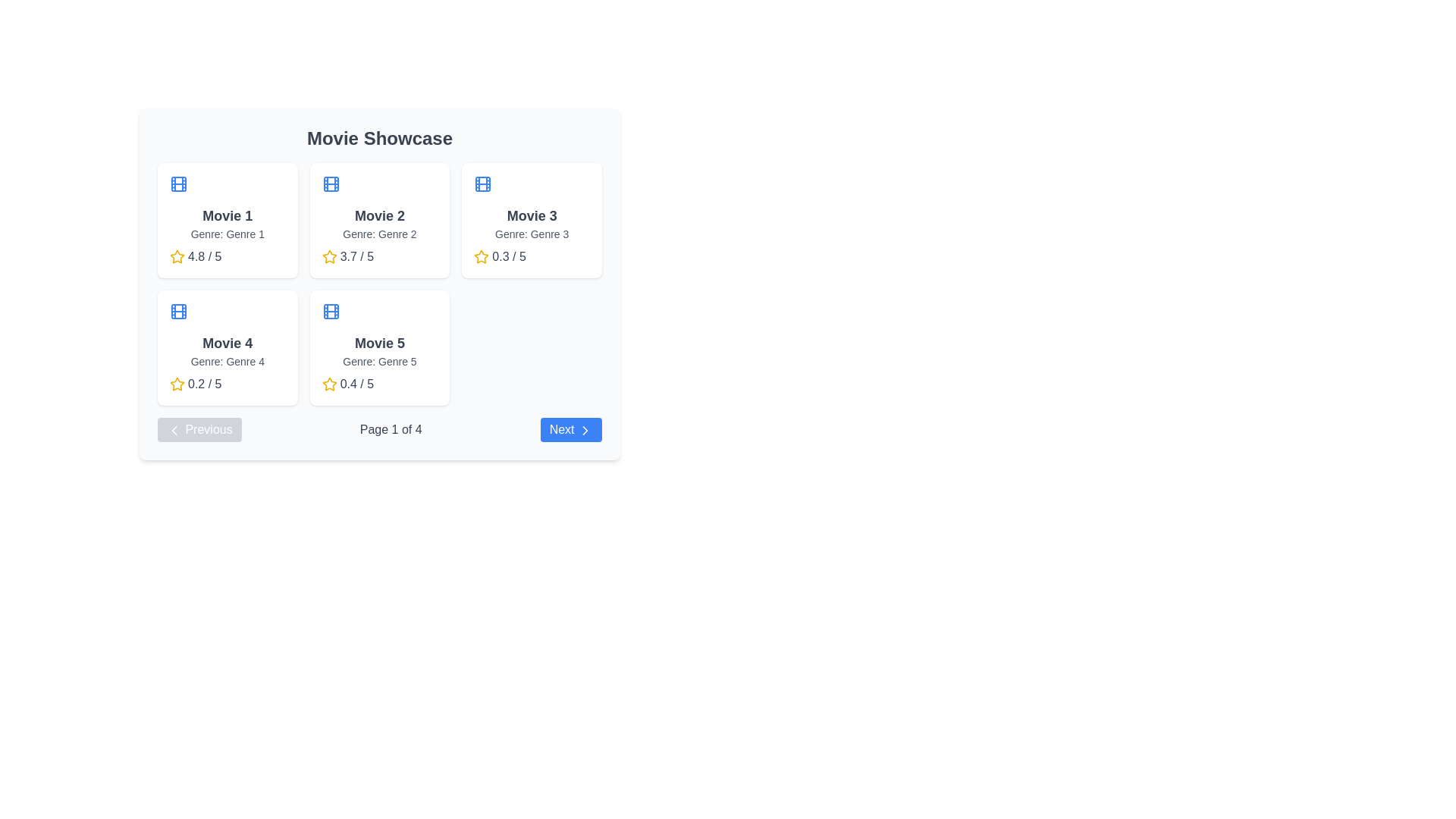  Describe the element at coordinates (585, 430) in the screenshot. I see `the small right-pointing chevron icon with a blue background and white outline, located at the bottom-right corner of the 'Next' button` at that location.